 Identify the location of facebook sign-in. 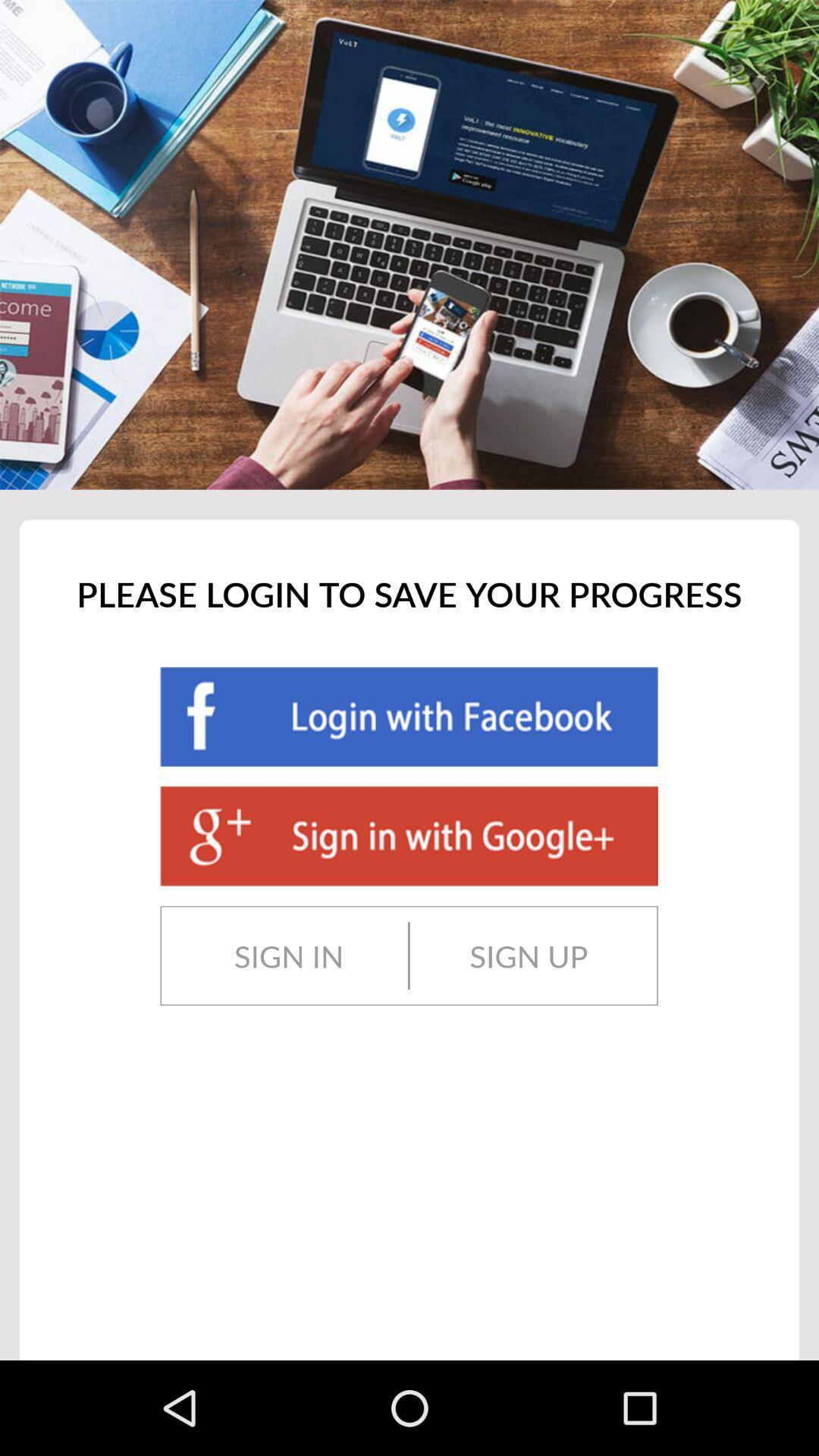
(408, 716).